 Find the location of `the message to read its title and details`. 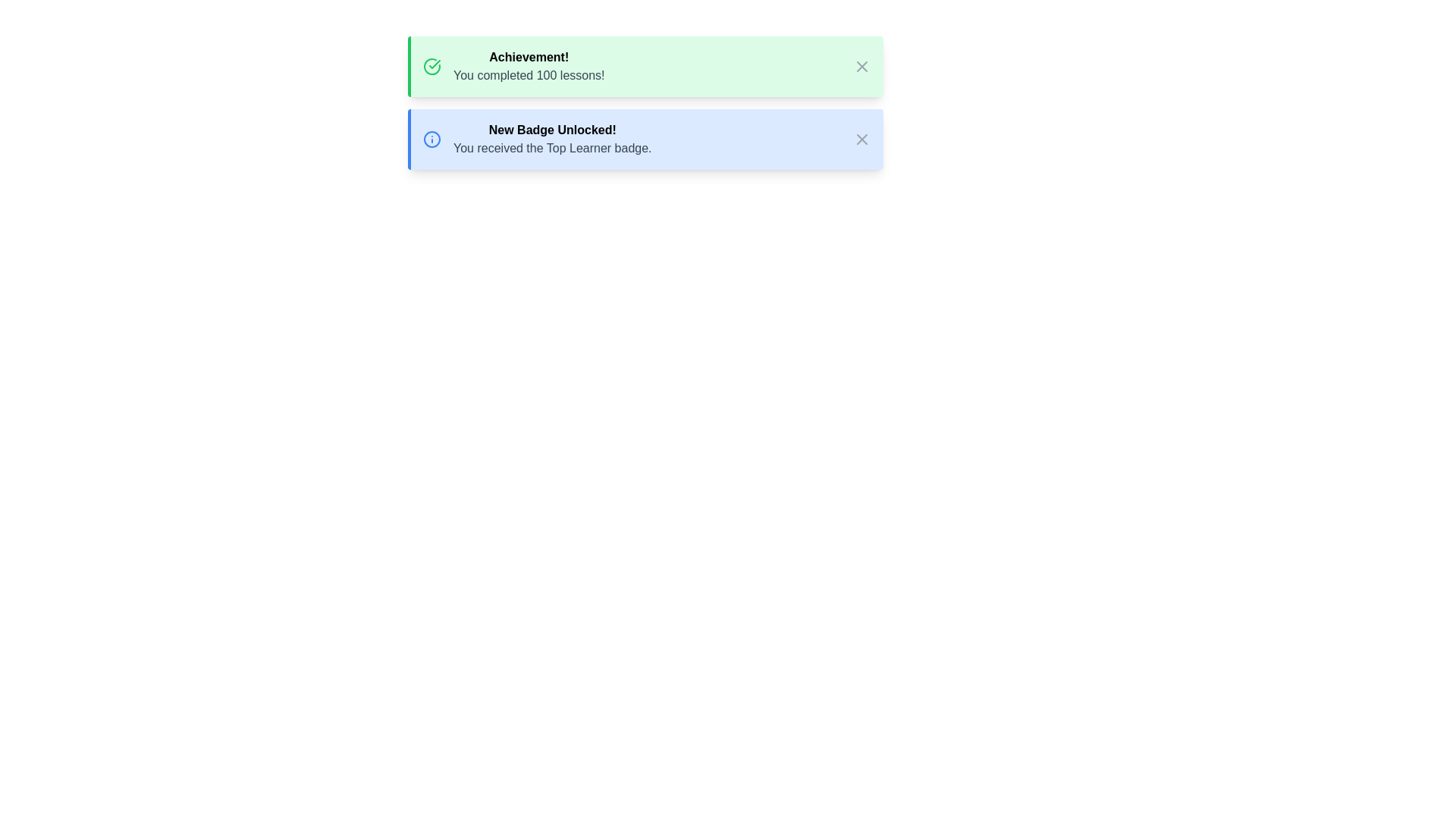

the message to read its title and details is located at coordinates (645, 66).